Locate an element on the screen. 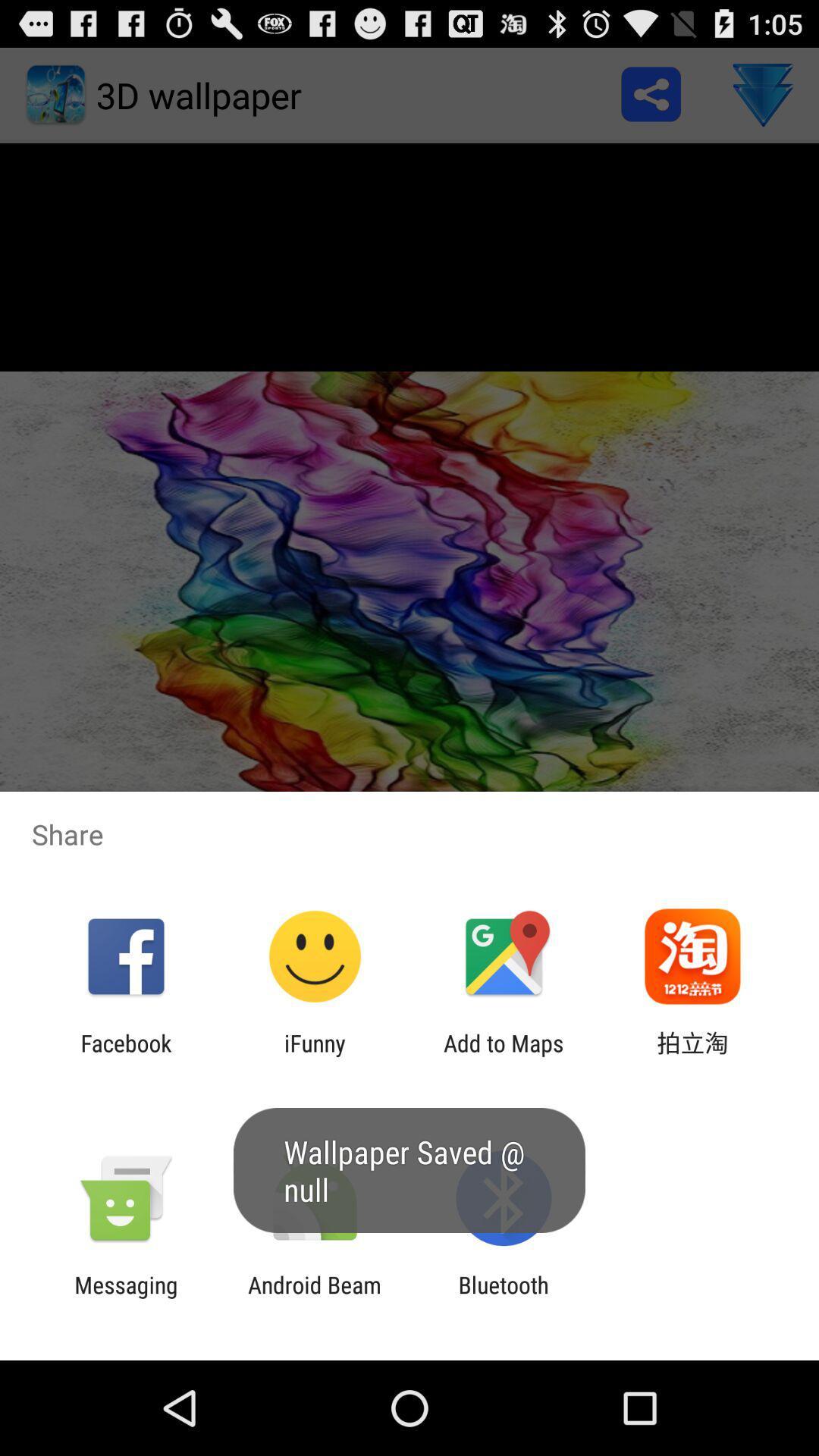 The width and height of the screenshot is (819, 1456). the bluetooth app is located at coordinates (504, 1298).